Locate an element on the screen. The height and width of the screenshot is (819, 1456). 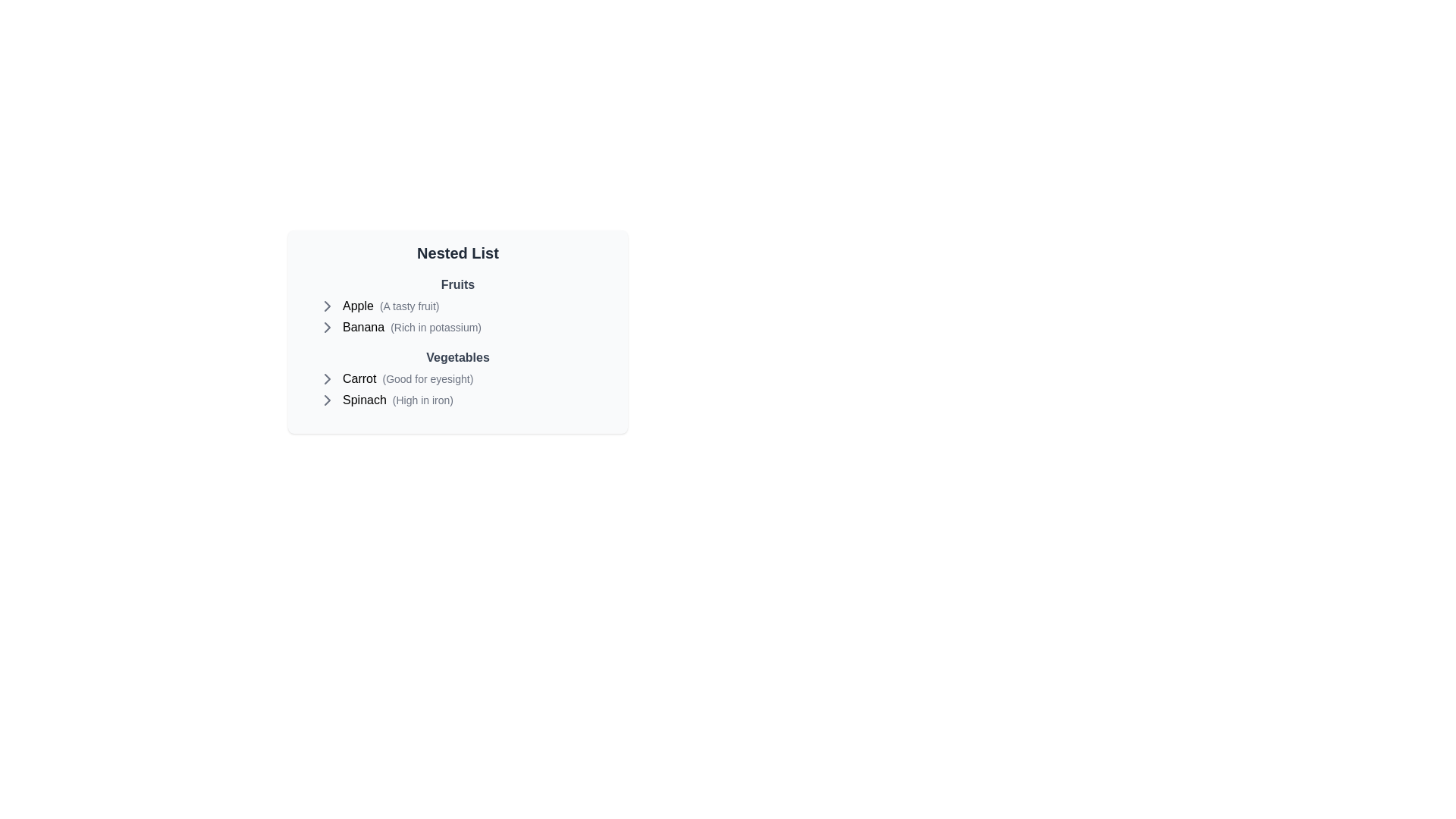
the text of the item Carrot is located at coordinates (359, 378).